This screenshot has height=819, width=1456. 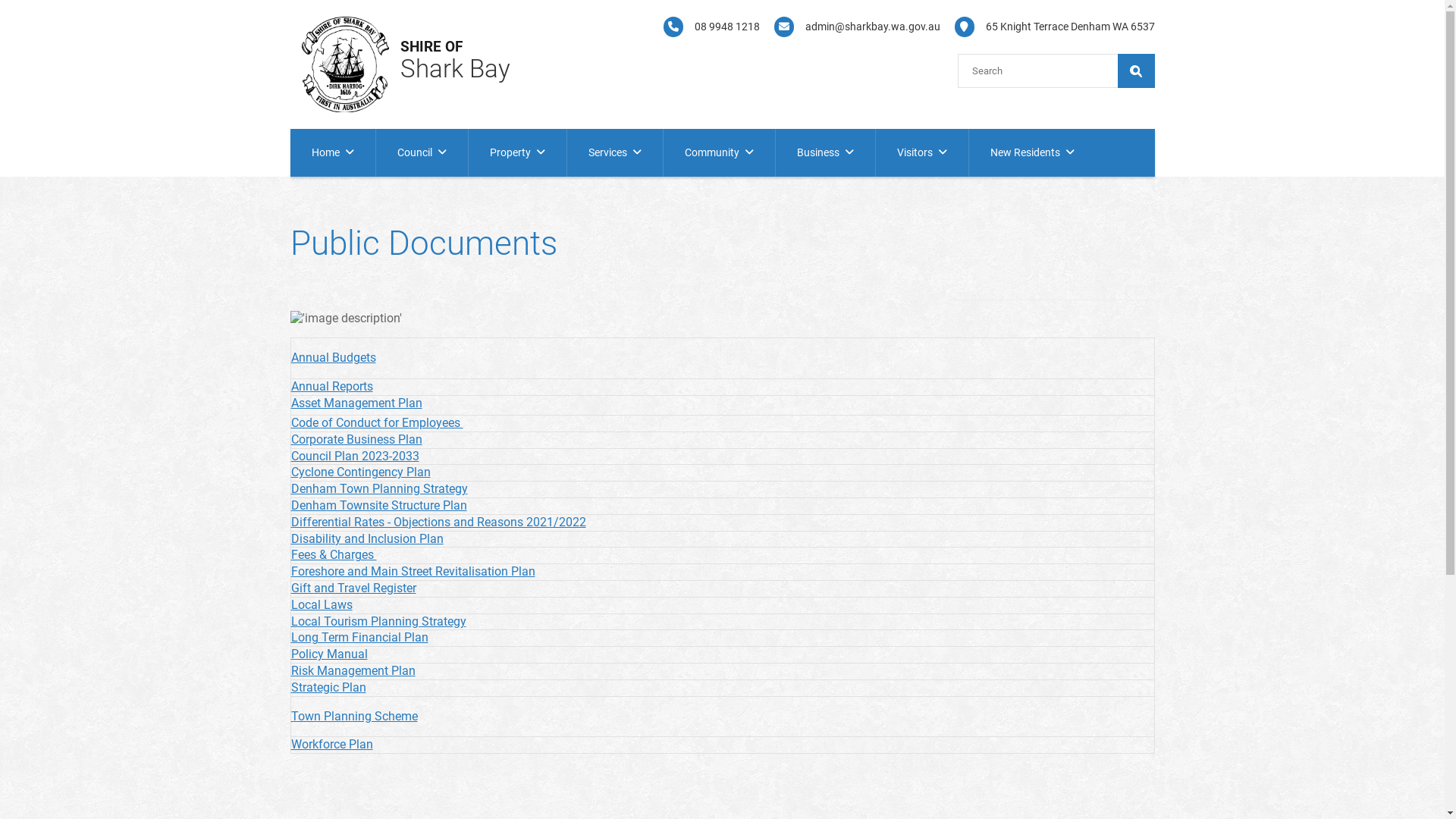 I want to click on 'Property', so click(x=468, y=152).